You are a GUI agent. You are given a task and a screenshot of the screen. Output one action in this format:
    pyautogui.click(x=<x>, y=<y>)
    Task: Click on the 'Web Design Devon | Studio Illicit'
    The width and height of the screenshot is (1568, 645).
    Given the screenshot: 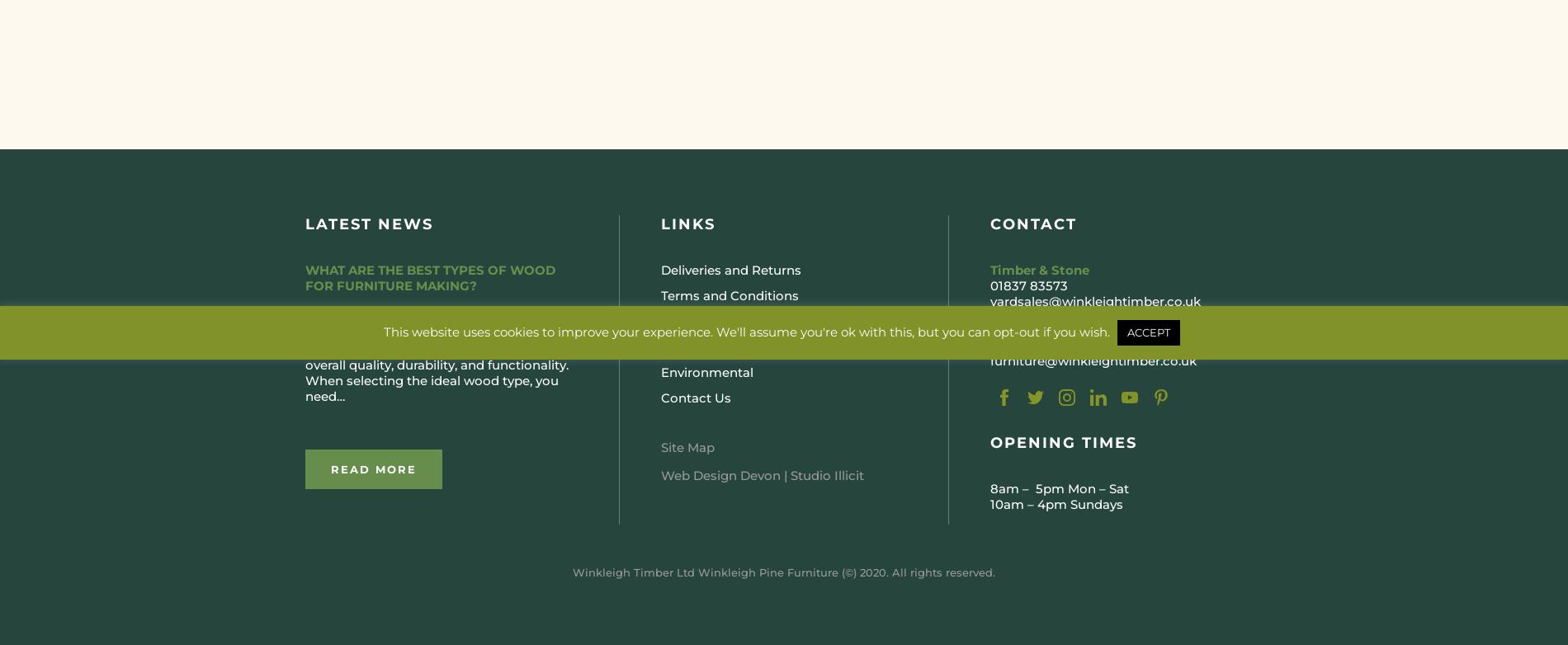 What is the action you would take?
    pyautogui.click(x=761, y=475)
    